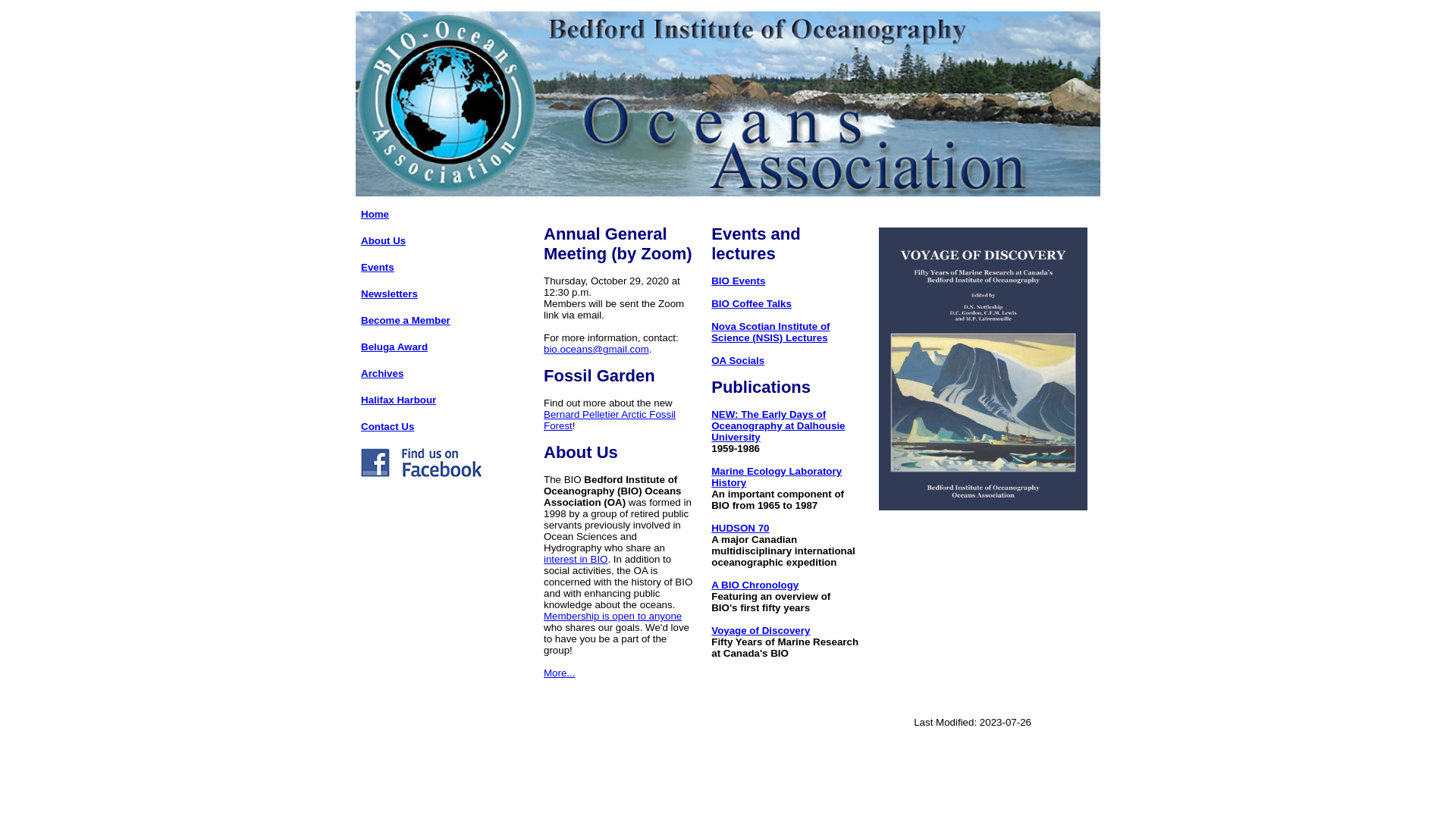 Image resolution: width=1456 pixels, height=819 pixels. Describe the element at coordinates (751, 303) in the screenshot. I see `'BIO Coffee Talks'` at that location.